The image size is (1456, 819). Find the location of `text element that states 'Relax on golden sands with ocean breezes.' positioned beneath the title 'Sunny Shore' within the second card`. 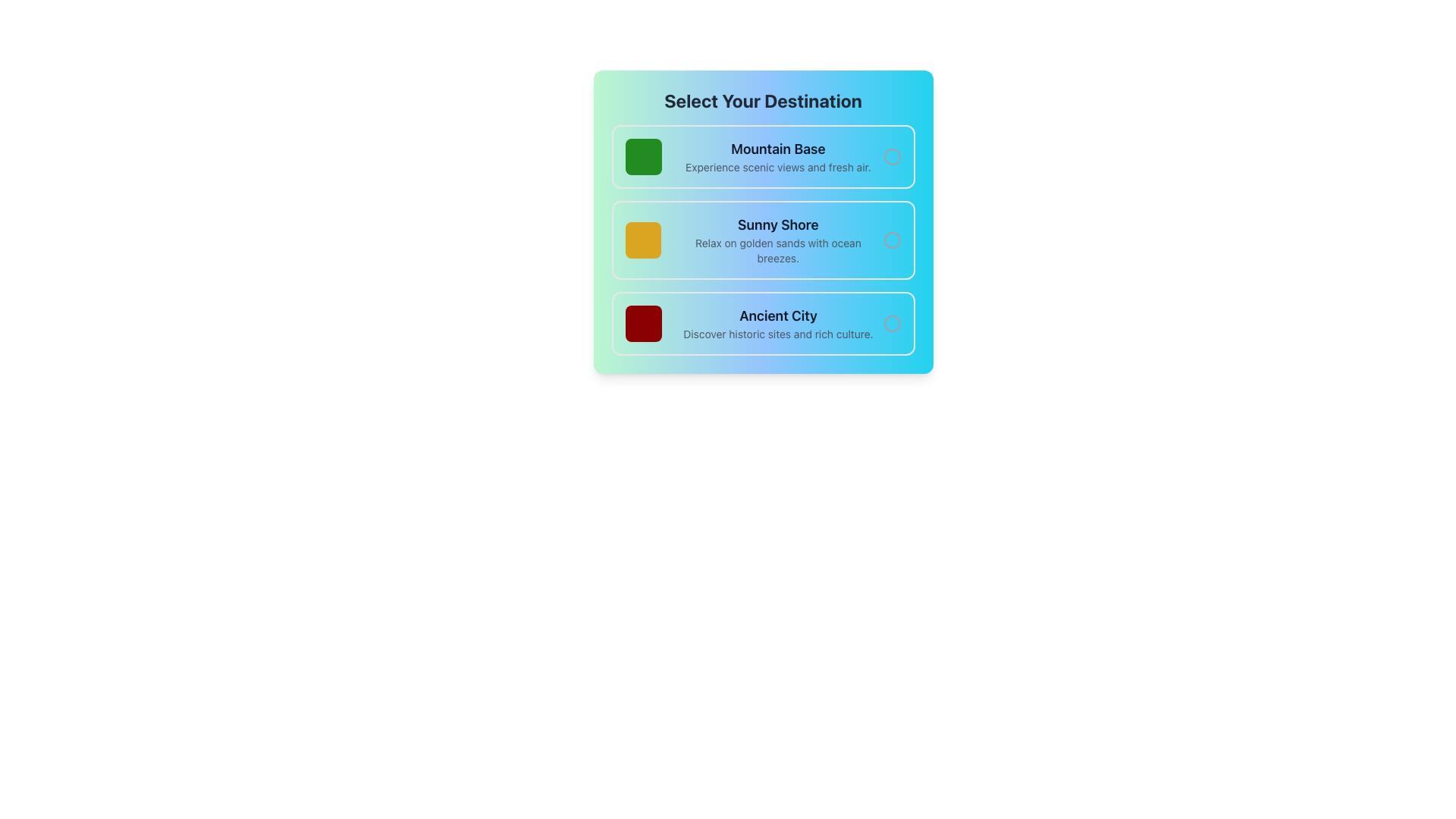

text element that states 'Relax on golden sands with ocean breezes.' positioned beneath the title 'Sunny Shore' within the second card is located at coordinates (778, 250).